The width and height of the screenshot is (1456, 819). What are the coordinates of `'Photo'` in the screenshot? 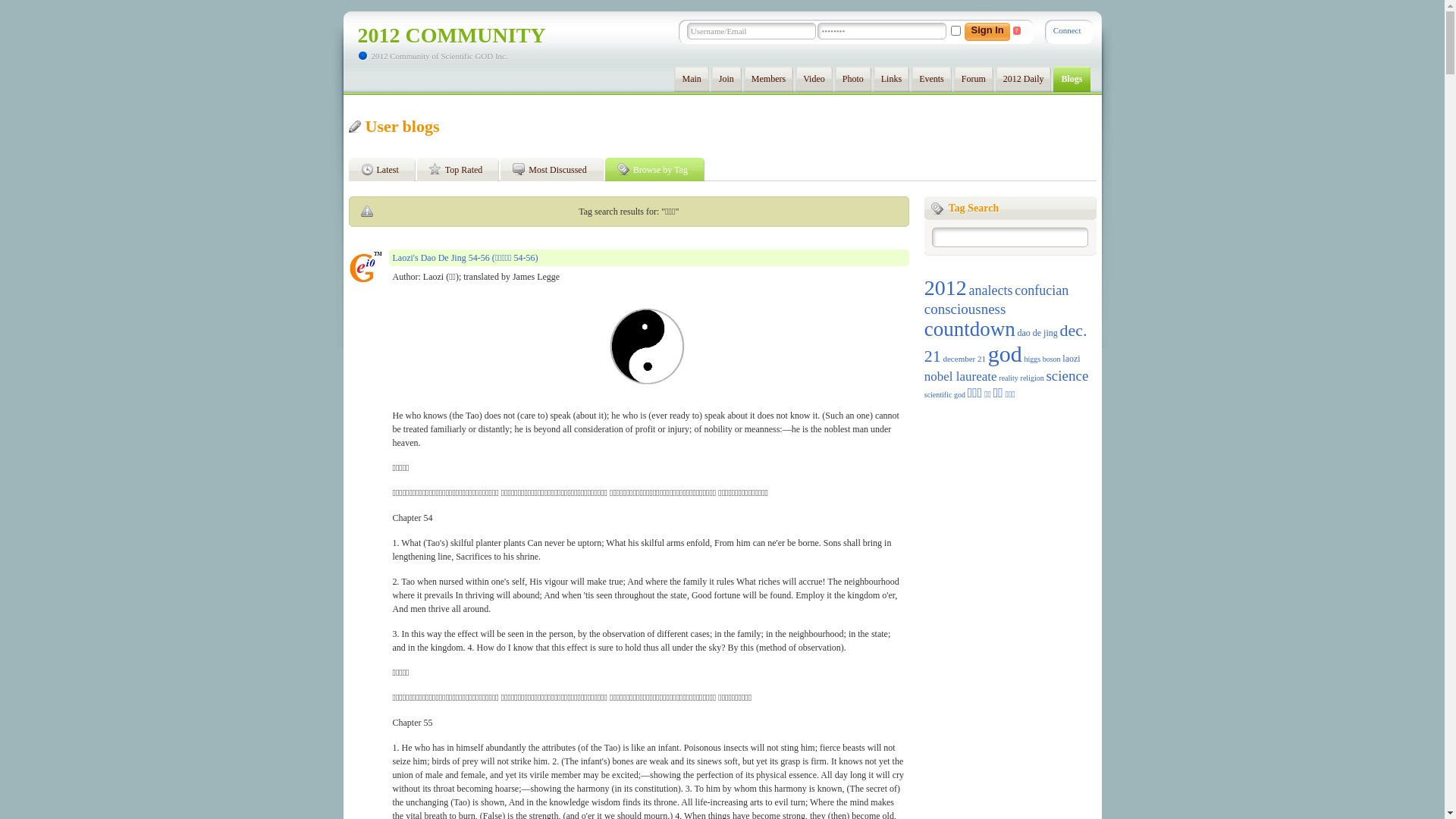 It's located at (852, 79).